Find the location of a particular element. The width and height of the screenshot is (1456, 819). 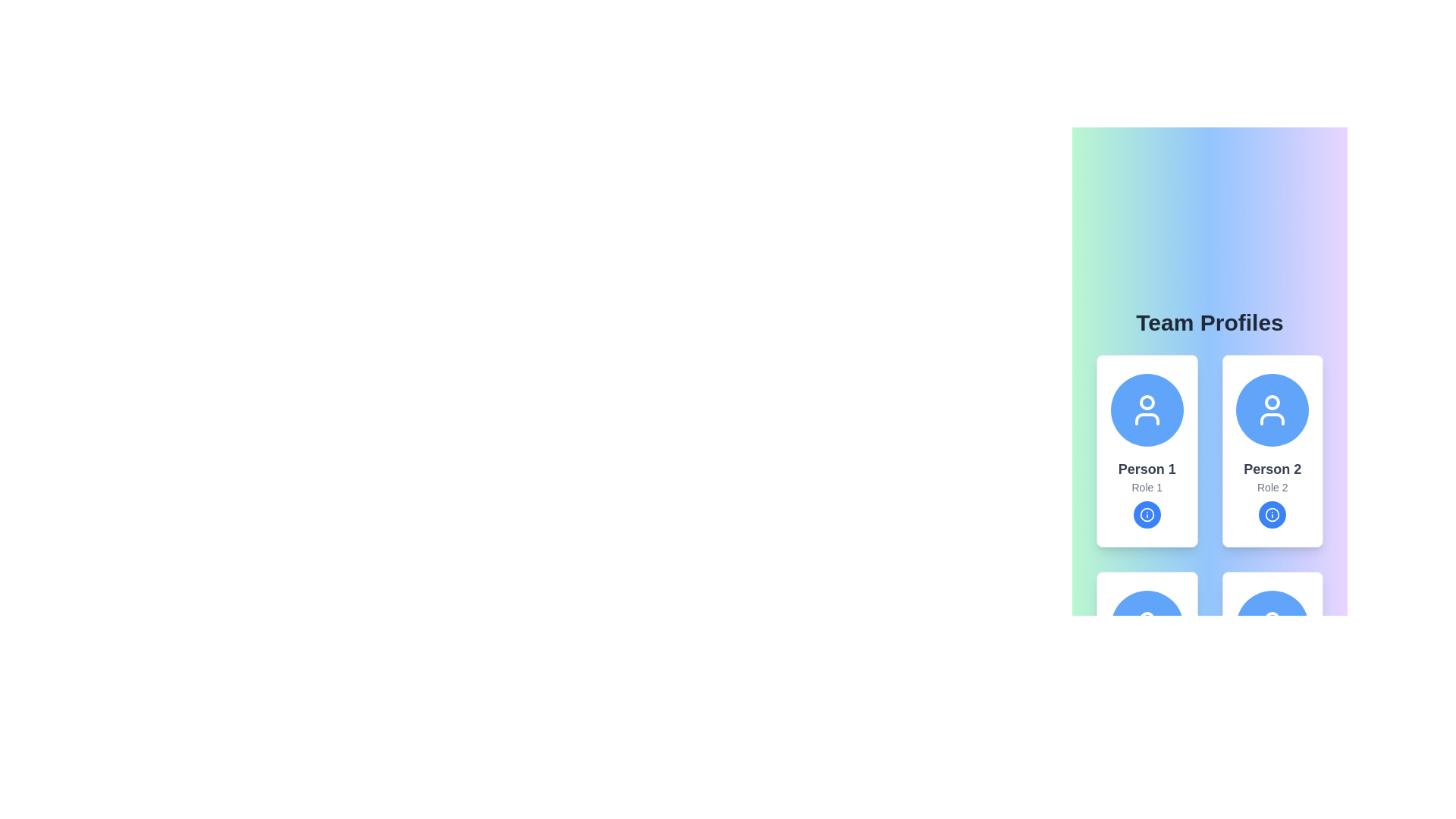

the small circular component within the avatar icon of 'Person 1', located at the center of the upper section of the profile card is located at coordinates (1147, 402).